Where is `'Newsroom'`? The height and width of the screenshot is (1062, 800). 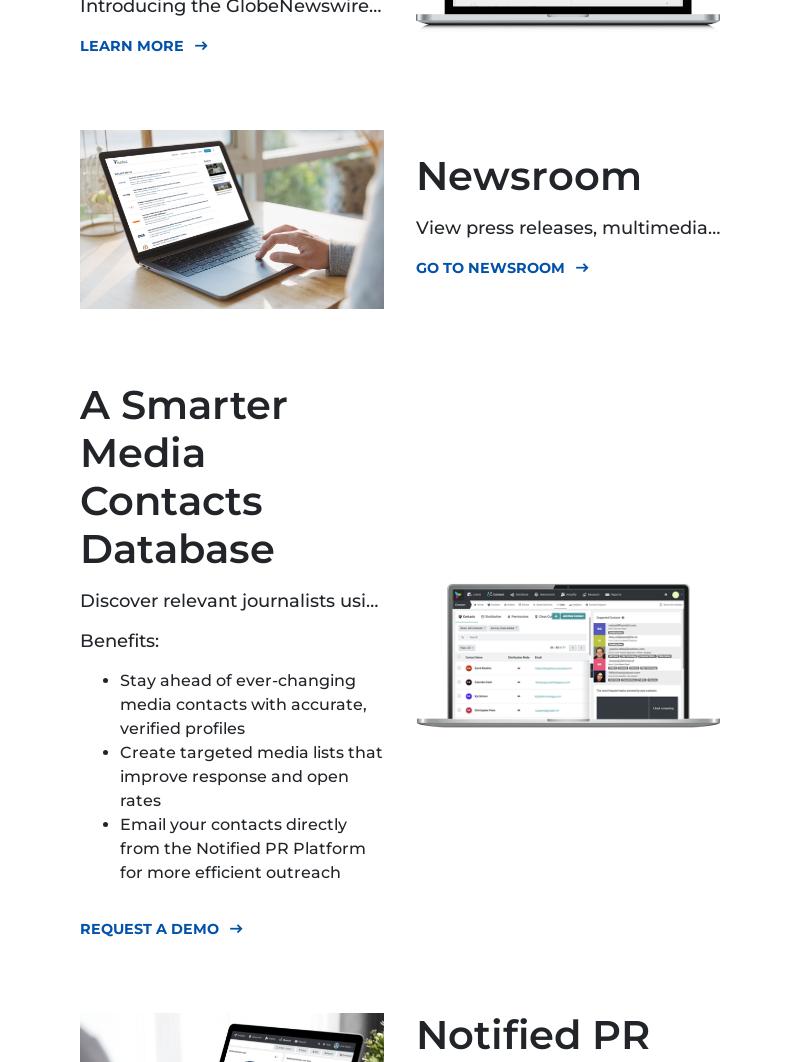 'Newsroom' is located at coordinates (528, 174).